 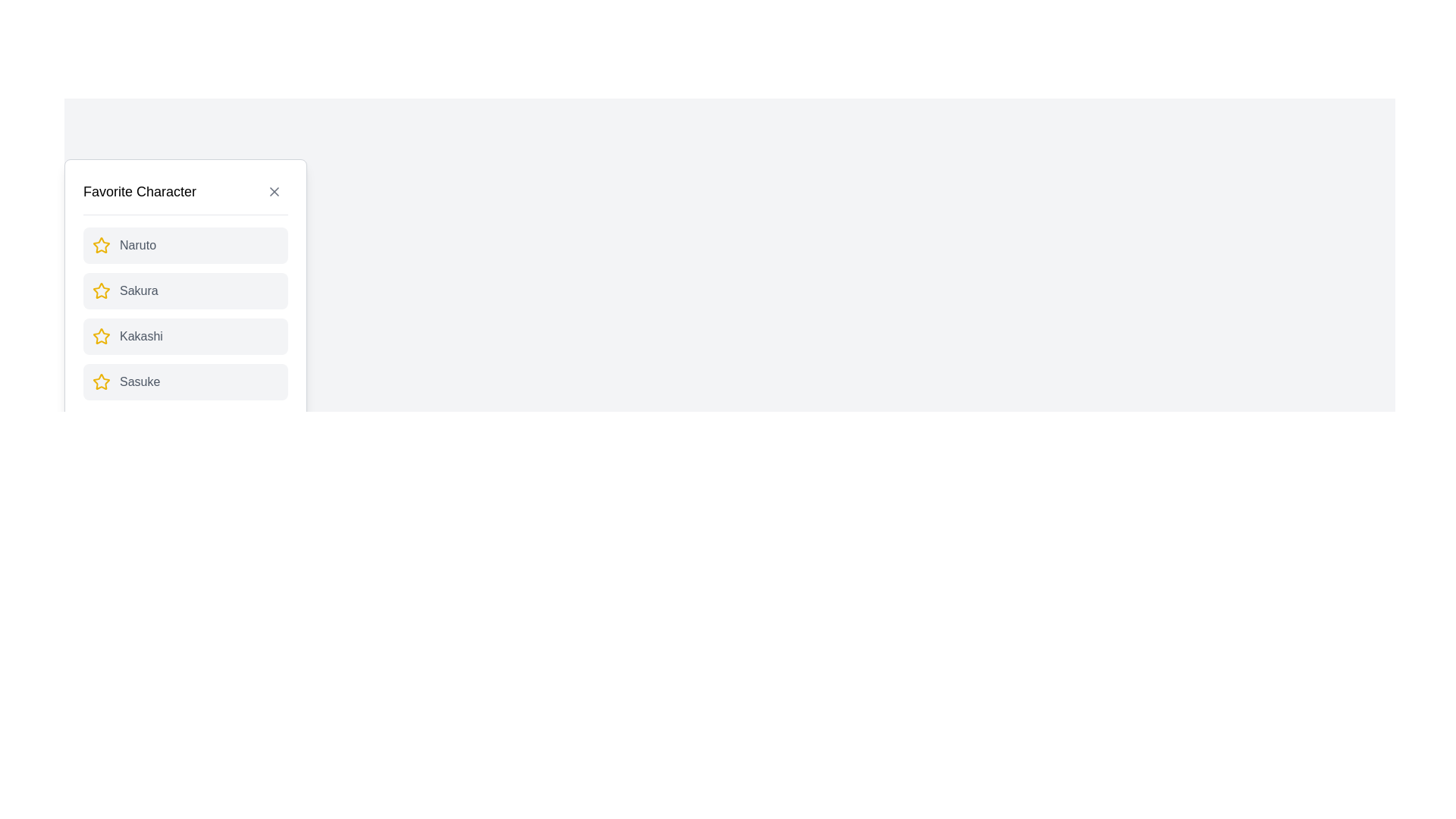 What do you see at coordinates (101, 381) in the screenshot?
I see `the fourth star icon in the 'Favorite Character' panel that indicates a preference for 'Sasuke'` at bounding box center [101, 381].